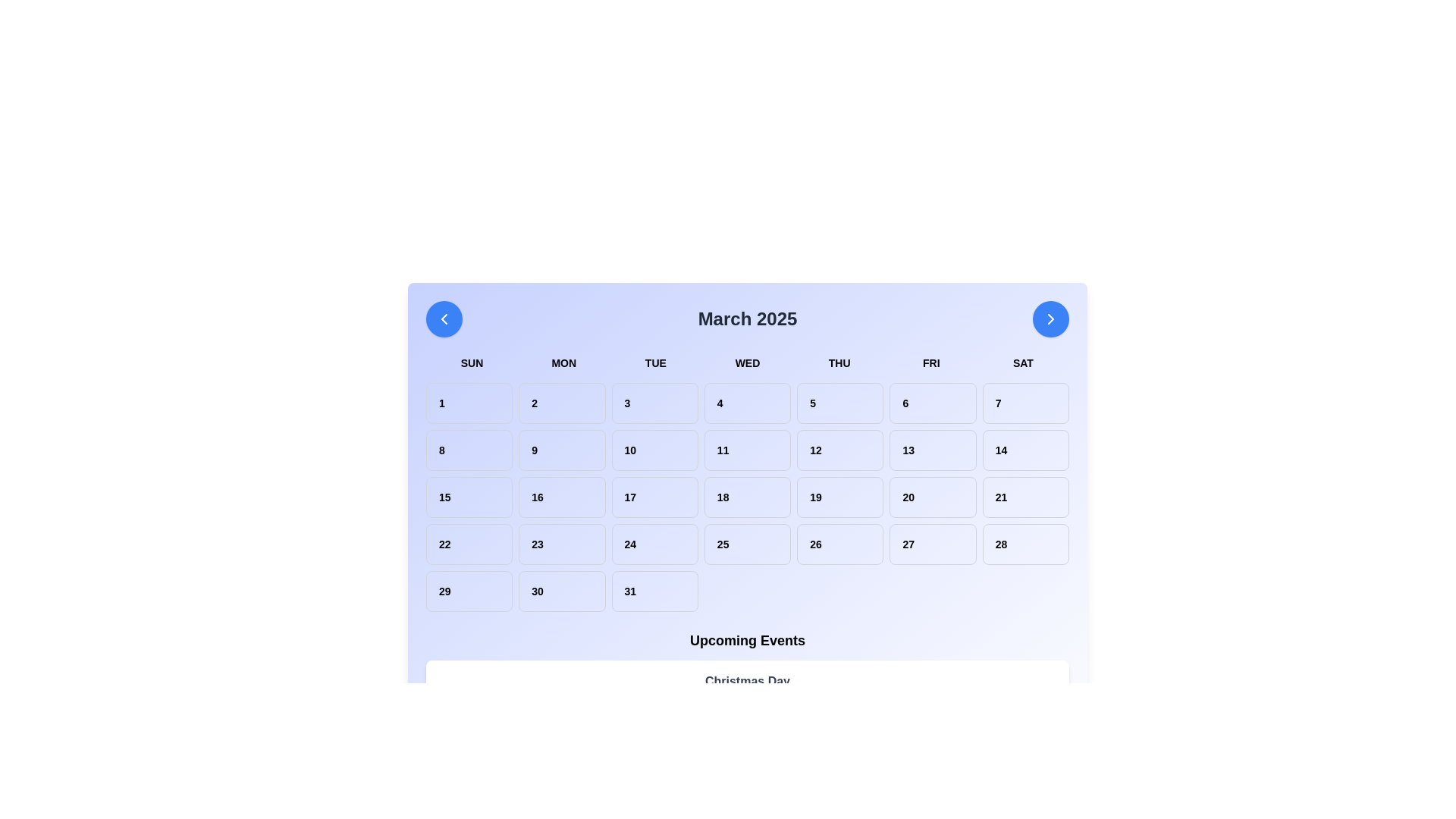  I want to click on the calendar button representing the 29th day, so click(469, 590).